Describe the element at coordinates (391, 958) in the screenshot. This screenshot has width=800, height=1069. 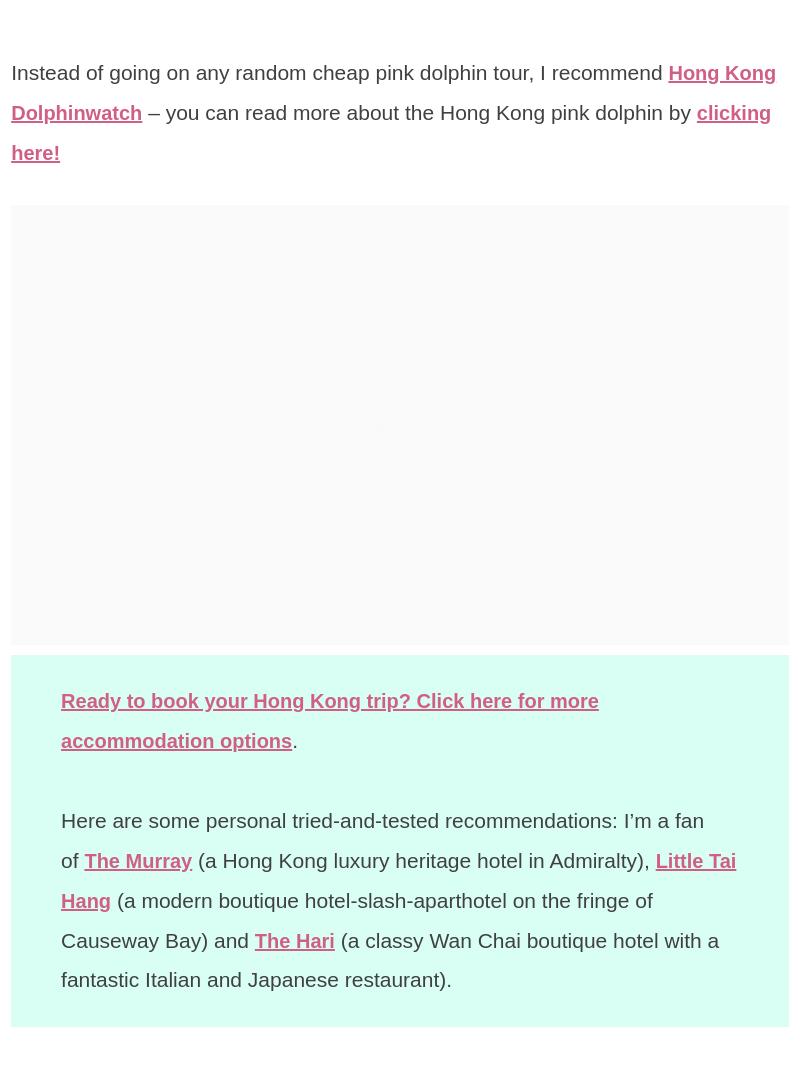
I see `'(a classy Wan Chai boutique hotel with a fantastic Italian and Japanese restaurant).'` at that location.